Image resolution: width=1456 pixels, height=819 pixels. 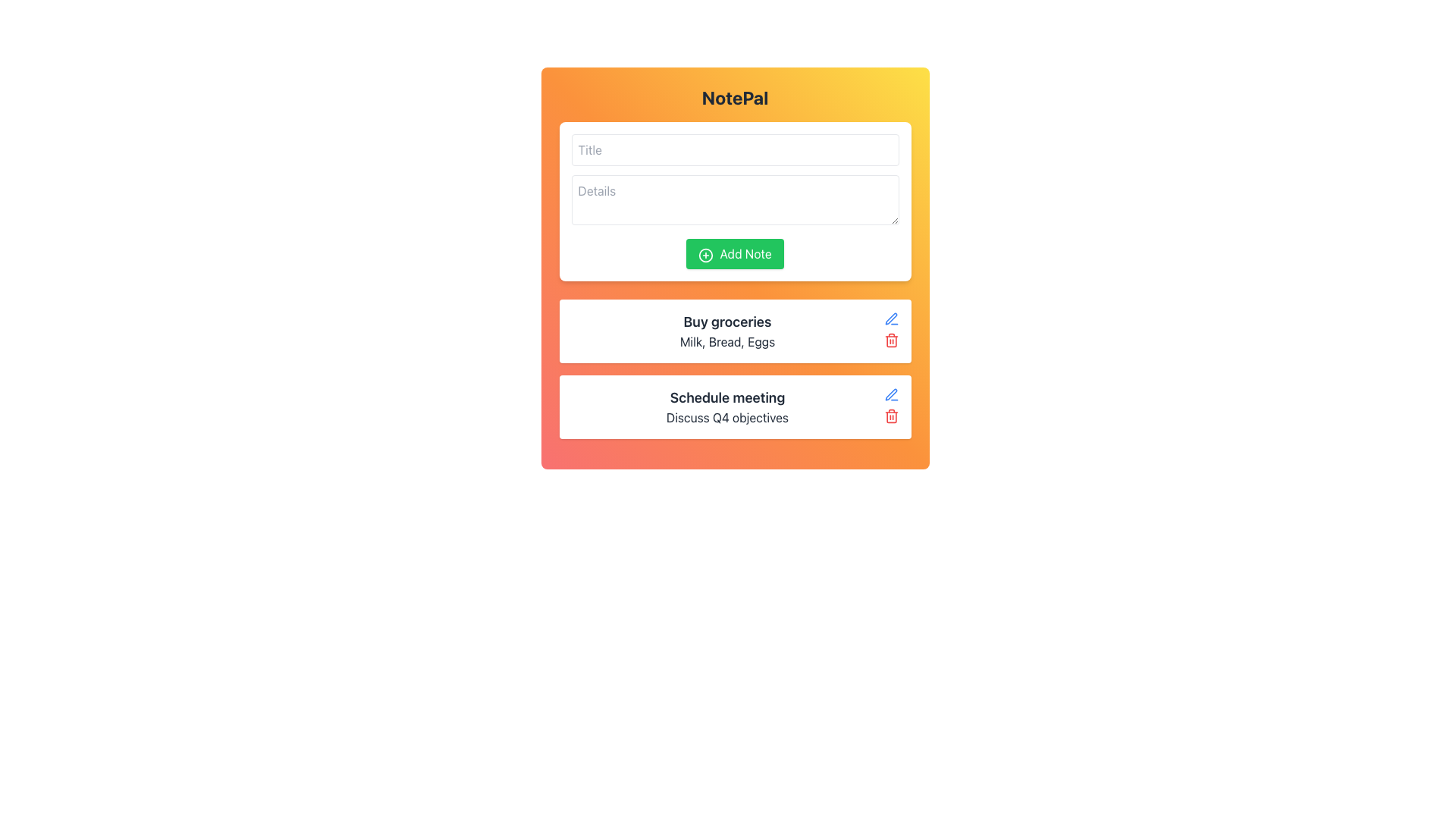 I want to click on the Icon that visually reinforces the 'Add Note' button, located at the left end of the button, centered below the 'Details' text area, so click(x=705, y=254).